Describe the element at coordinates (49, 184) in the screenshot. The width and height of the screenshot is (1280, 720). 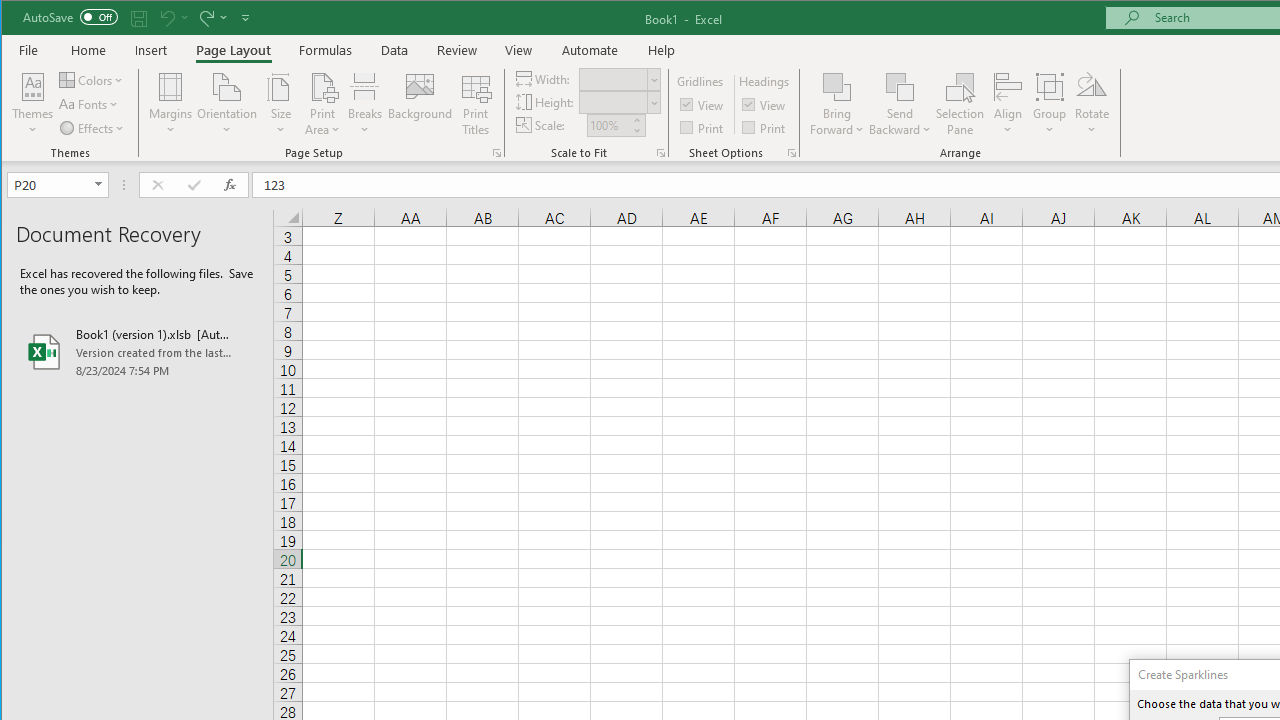
I see `'Name Box'` at that location.